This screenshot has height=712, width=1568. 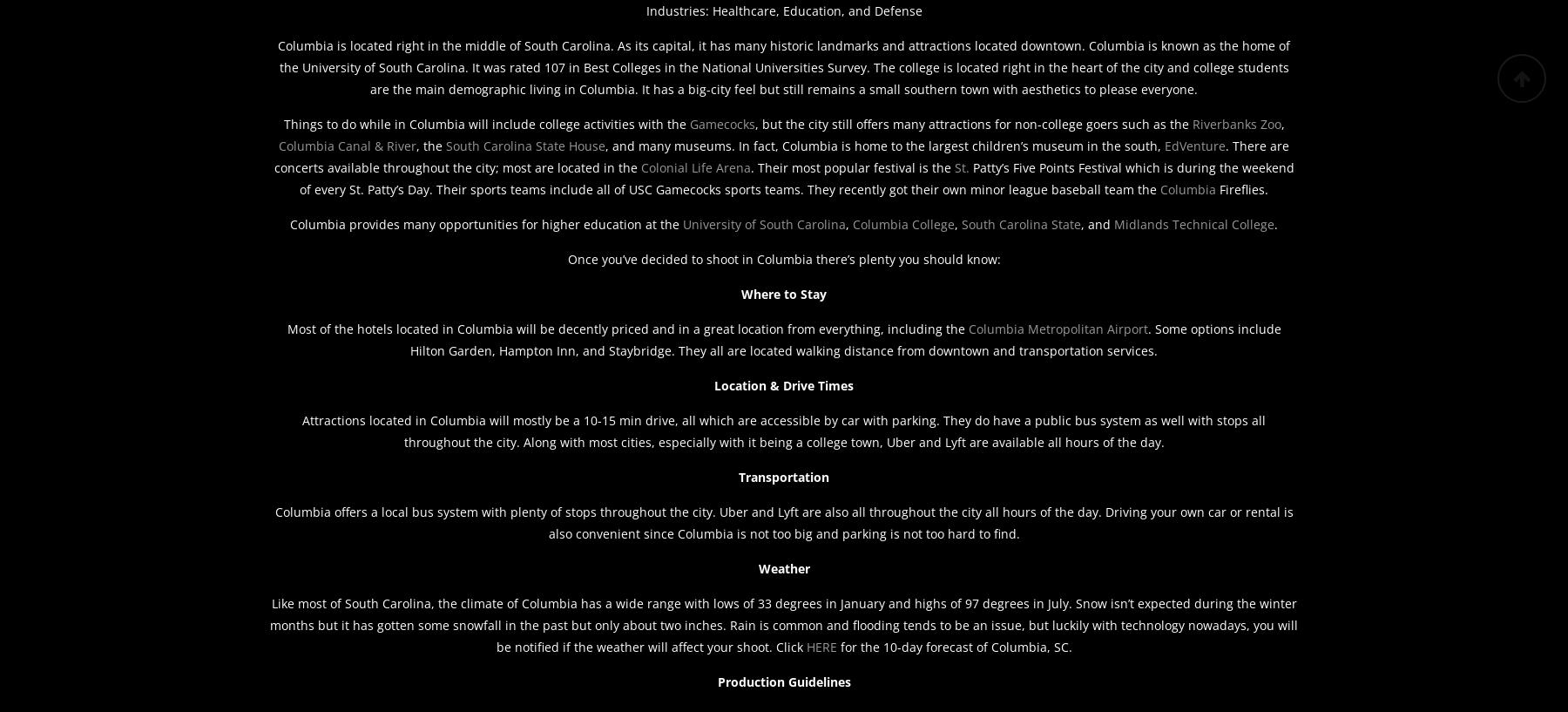 I want to click on 'Location & Drive Times', so click(x=784, y=385).